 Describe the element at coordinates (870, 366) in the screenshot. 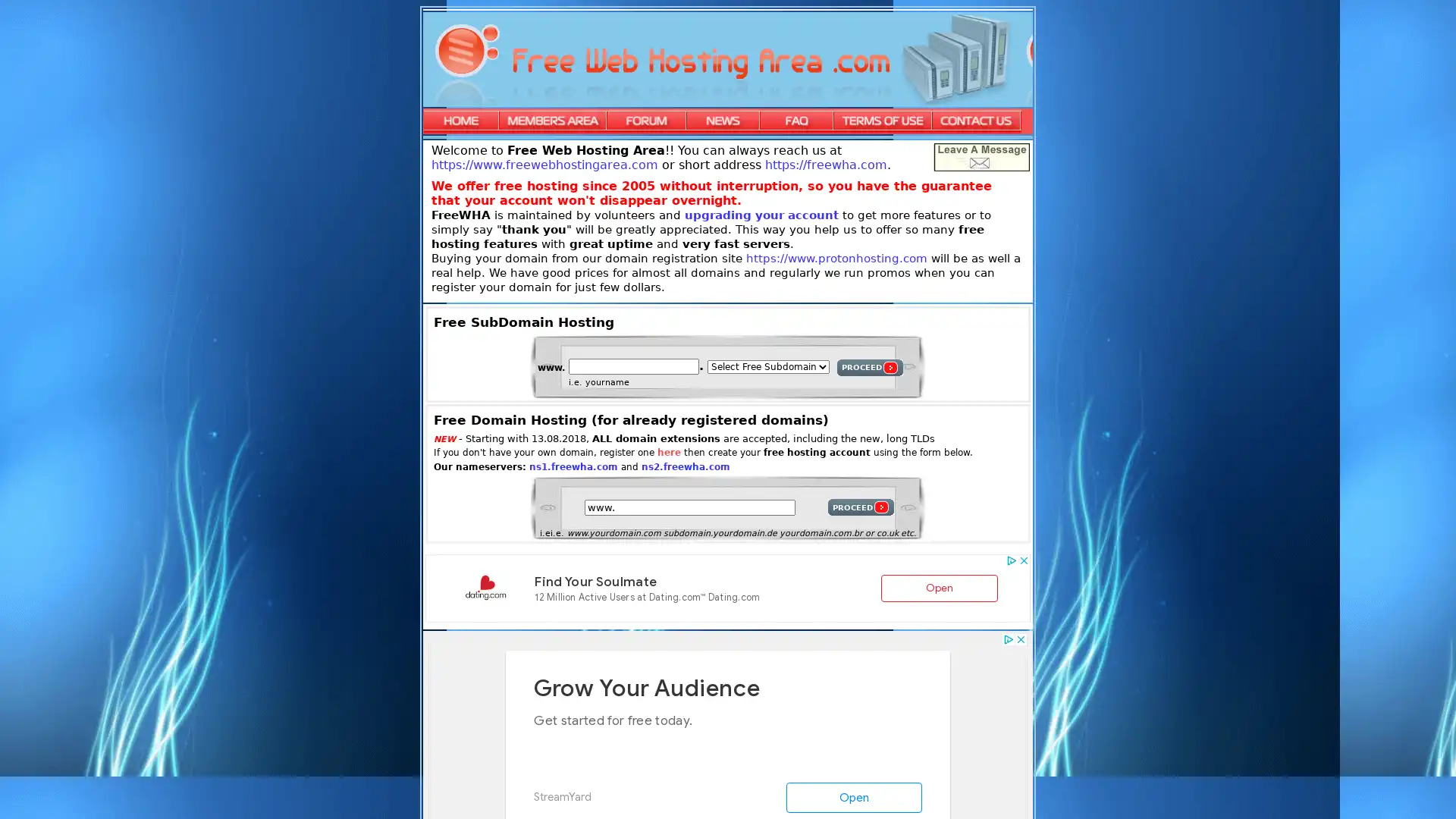

I see `PROCEED` at that location.